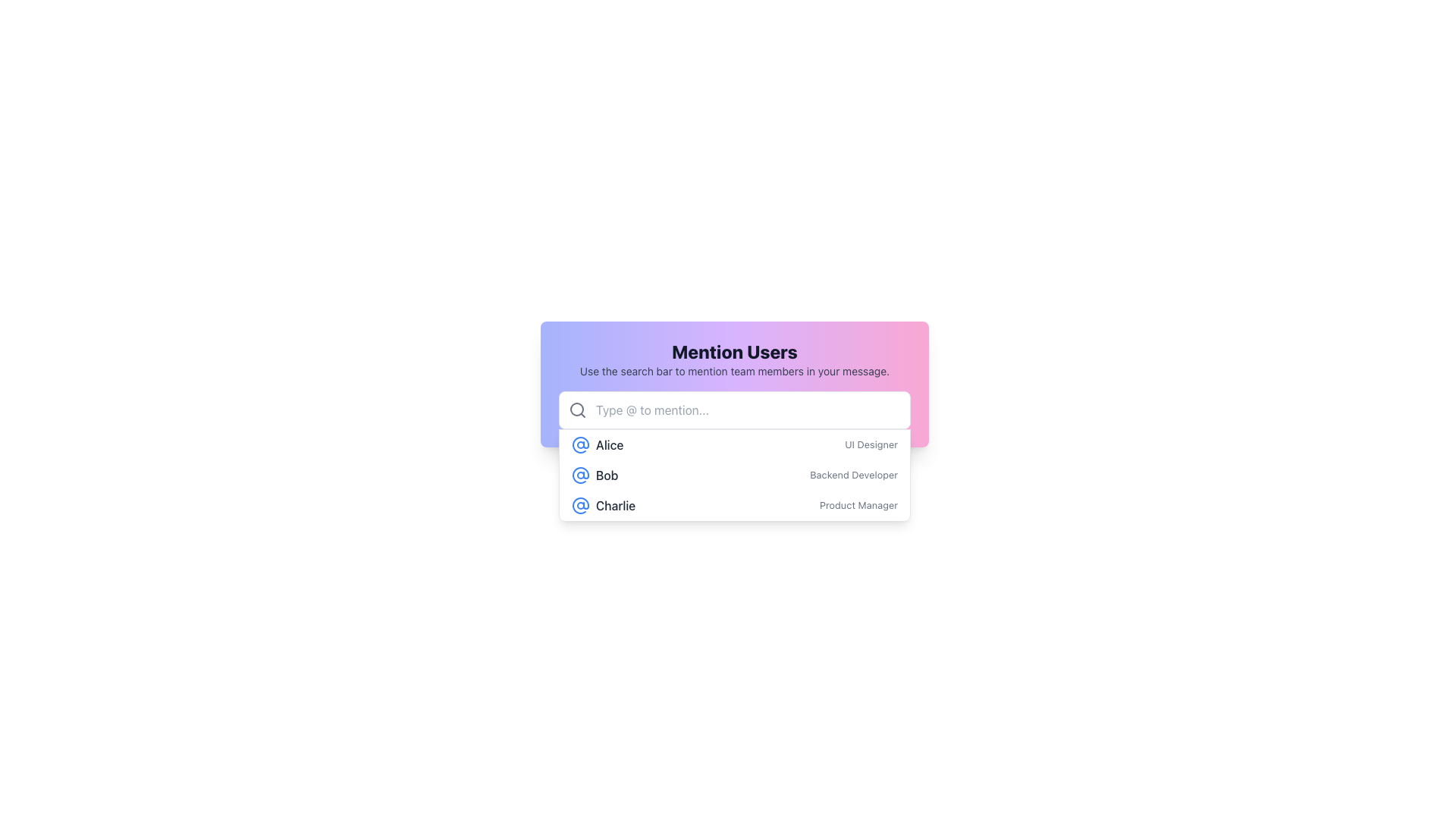  What do you see at coordinates (594, 475) in the screenshot?
I see `the text label element displaying the name 'Bob' in a dropdown list, which is styled with a medium weight gray font and positioned to the right of an @ symbol icon` at bounding box center [594, 475].